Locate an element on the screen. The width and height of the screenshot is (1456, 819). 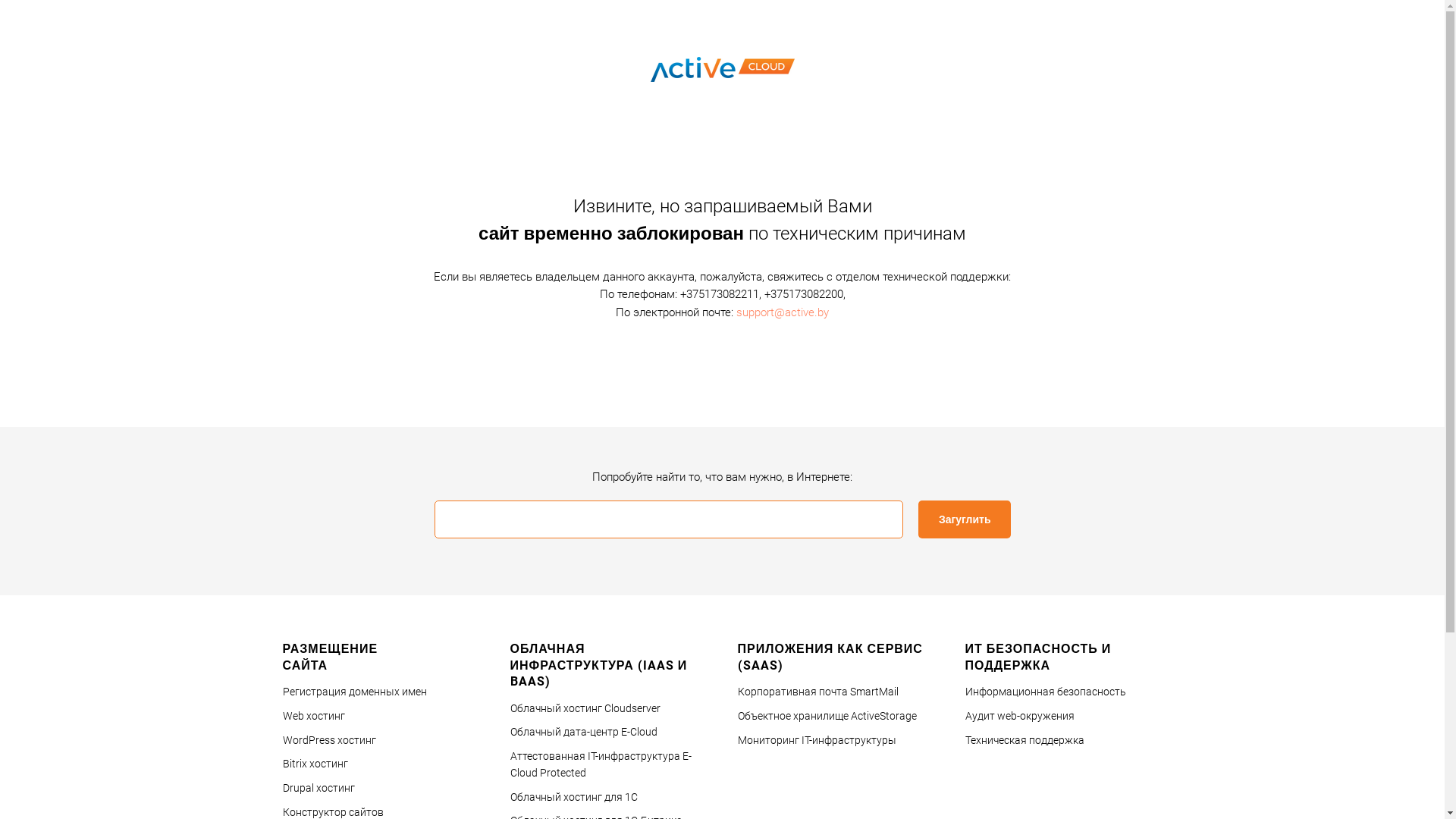
'support@active.by' is located at coordinates (736, 311).